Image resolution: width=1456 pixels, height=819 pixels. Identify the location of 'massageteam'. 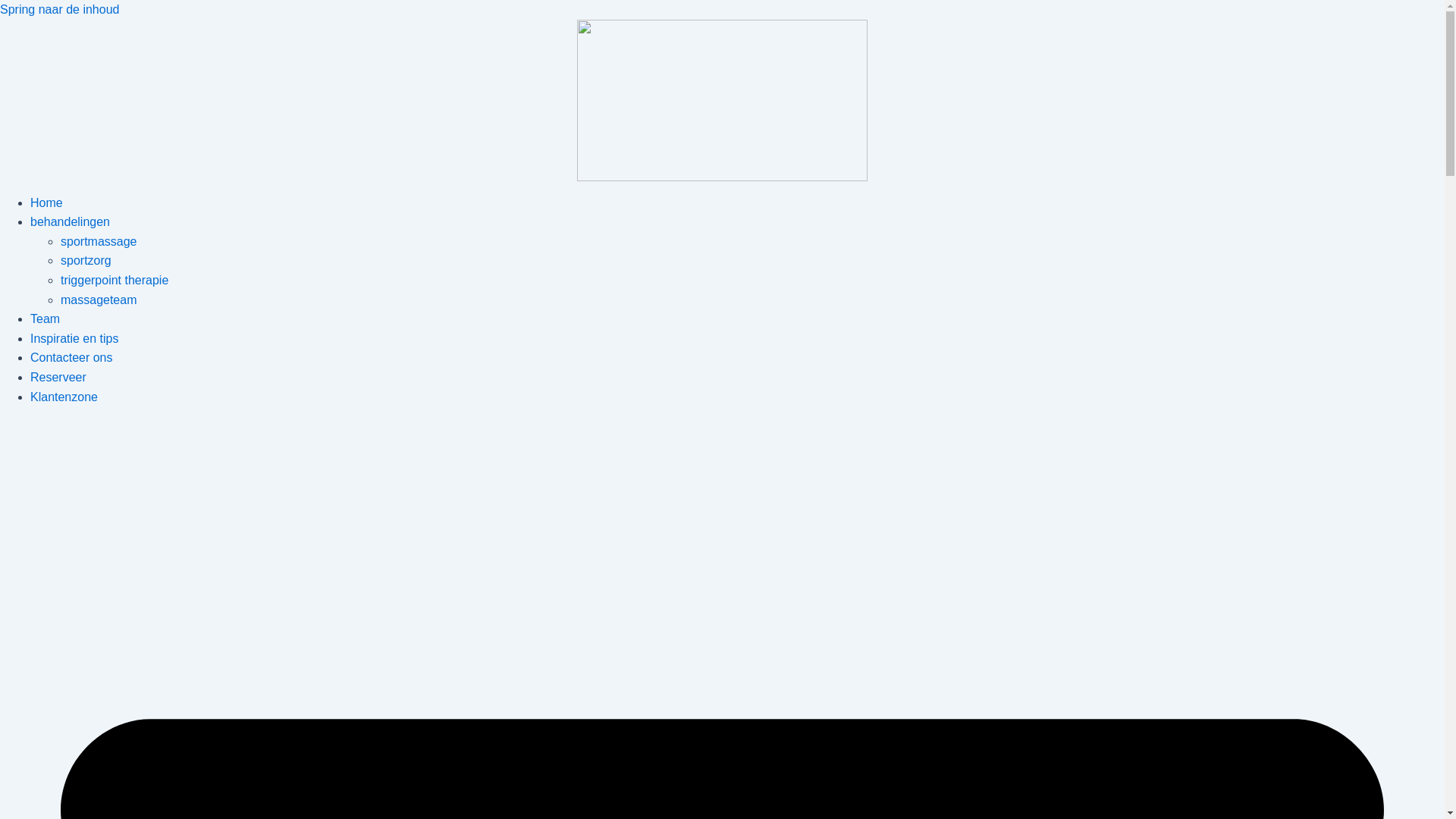
(98, 300).